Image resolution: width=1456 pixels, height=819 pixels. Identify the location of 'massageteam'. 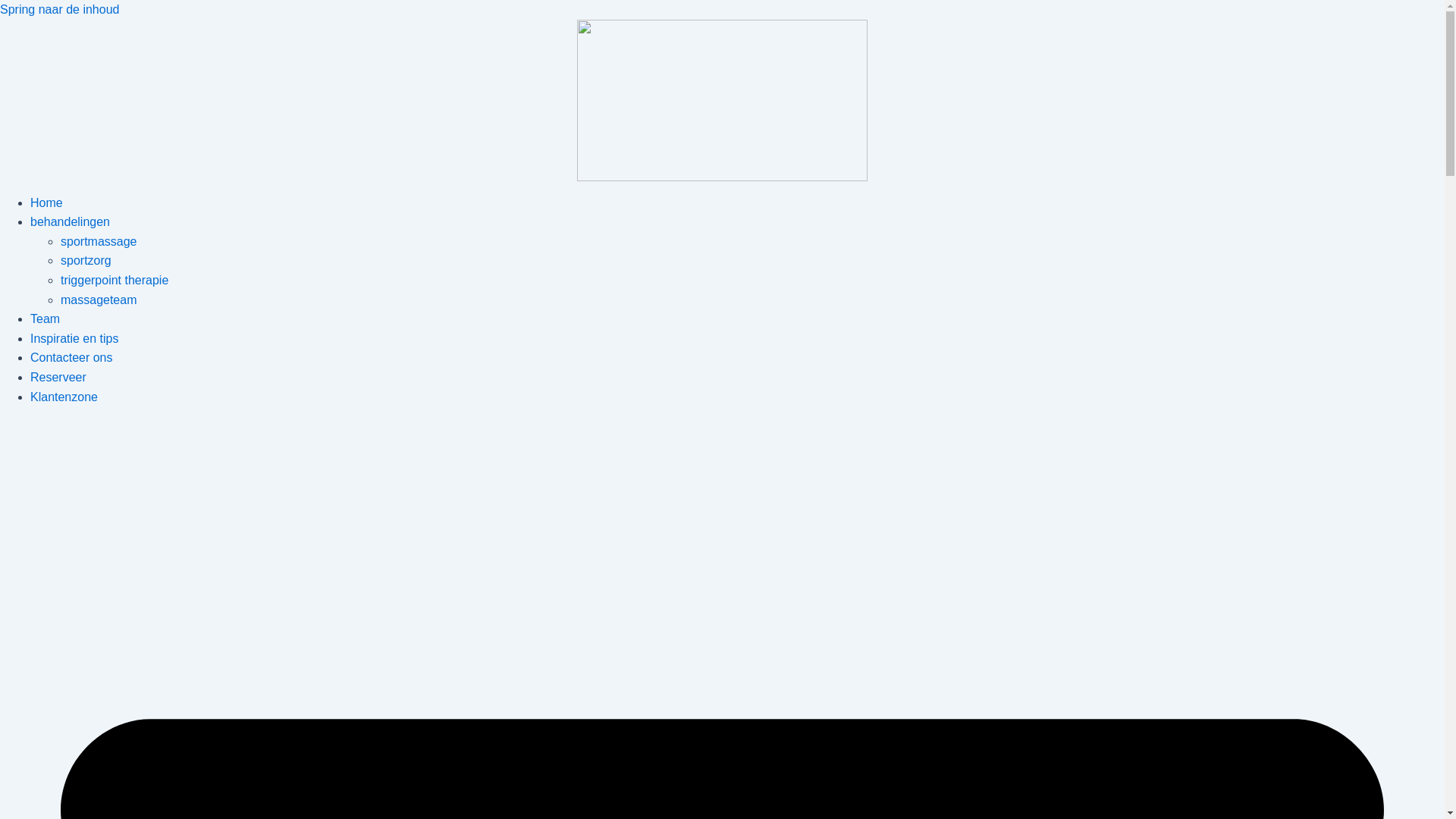
(98, 300).